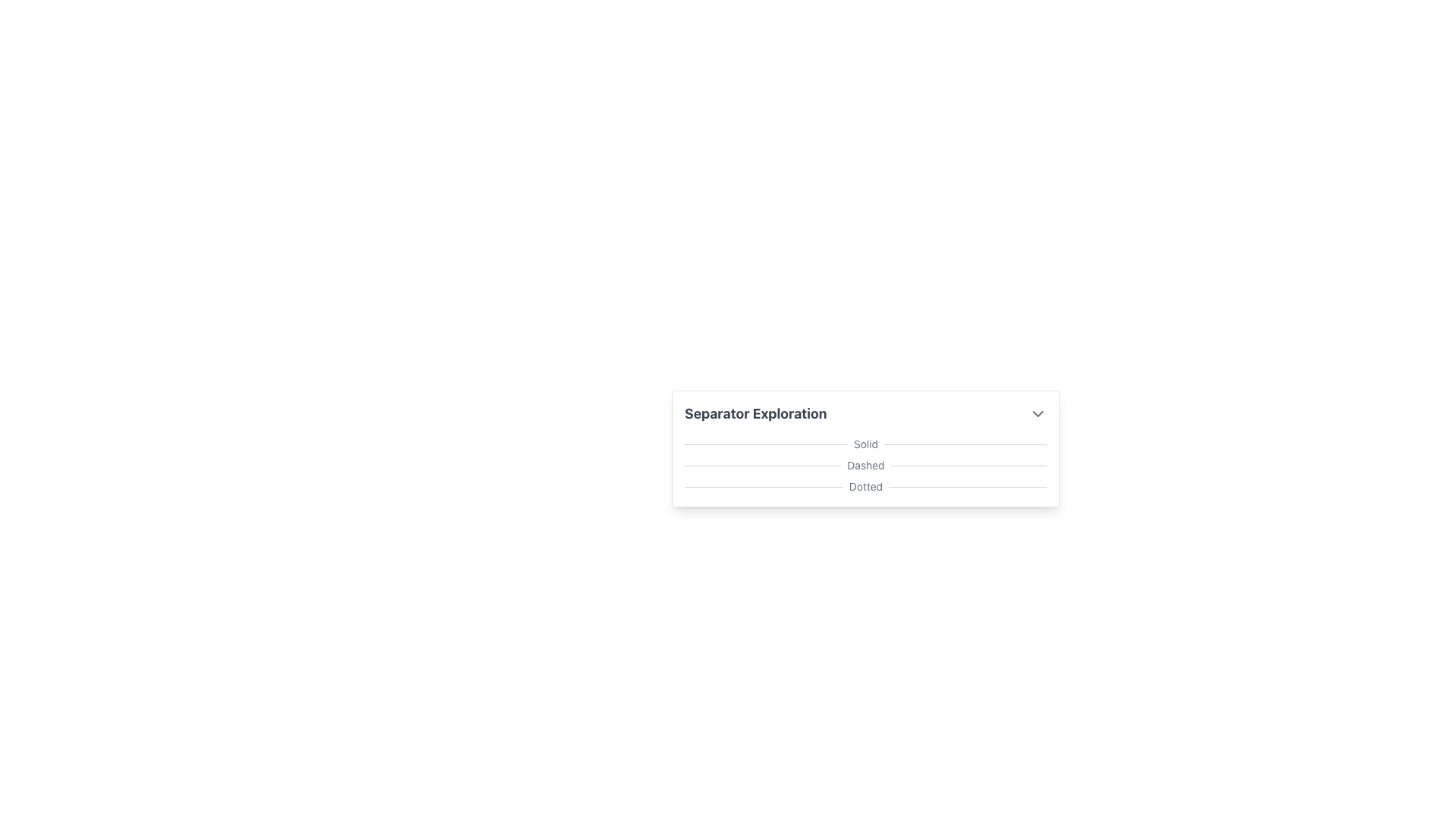  Describe the element at coordinates (1037, 414) in the screenshot. I see `the downward-pointing chevron icon, which is gray and part of the dropdown menu indicator` at that location.